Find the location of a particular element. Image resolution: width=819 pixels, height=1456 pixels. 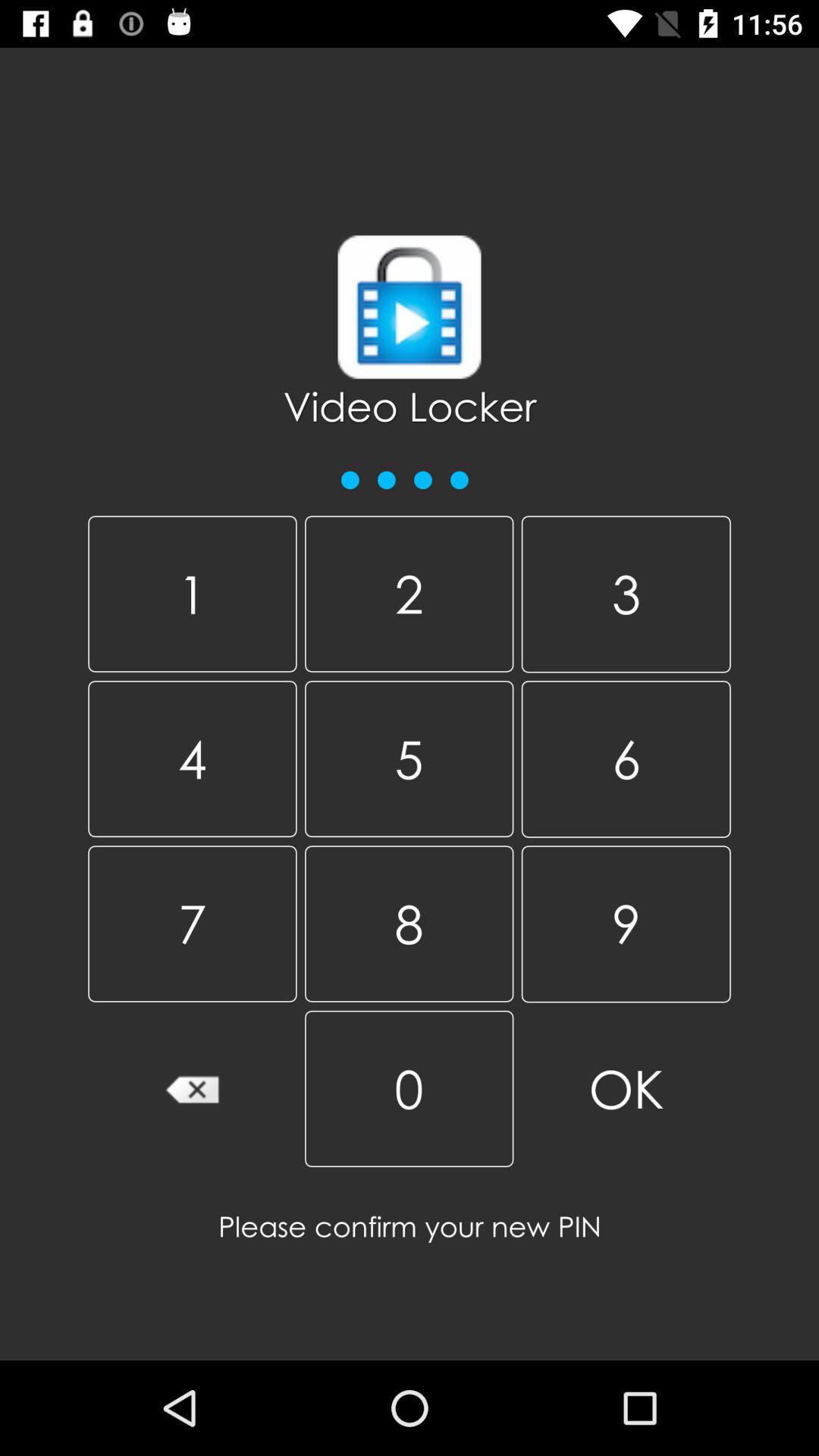

backspace is located at coordinates (191, 1087).